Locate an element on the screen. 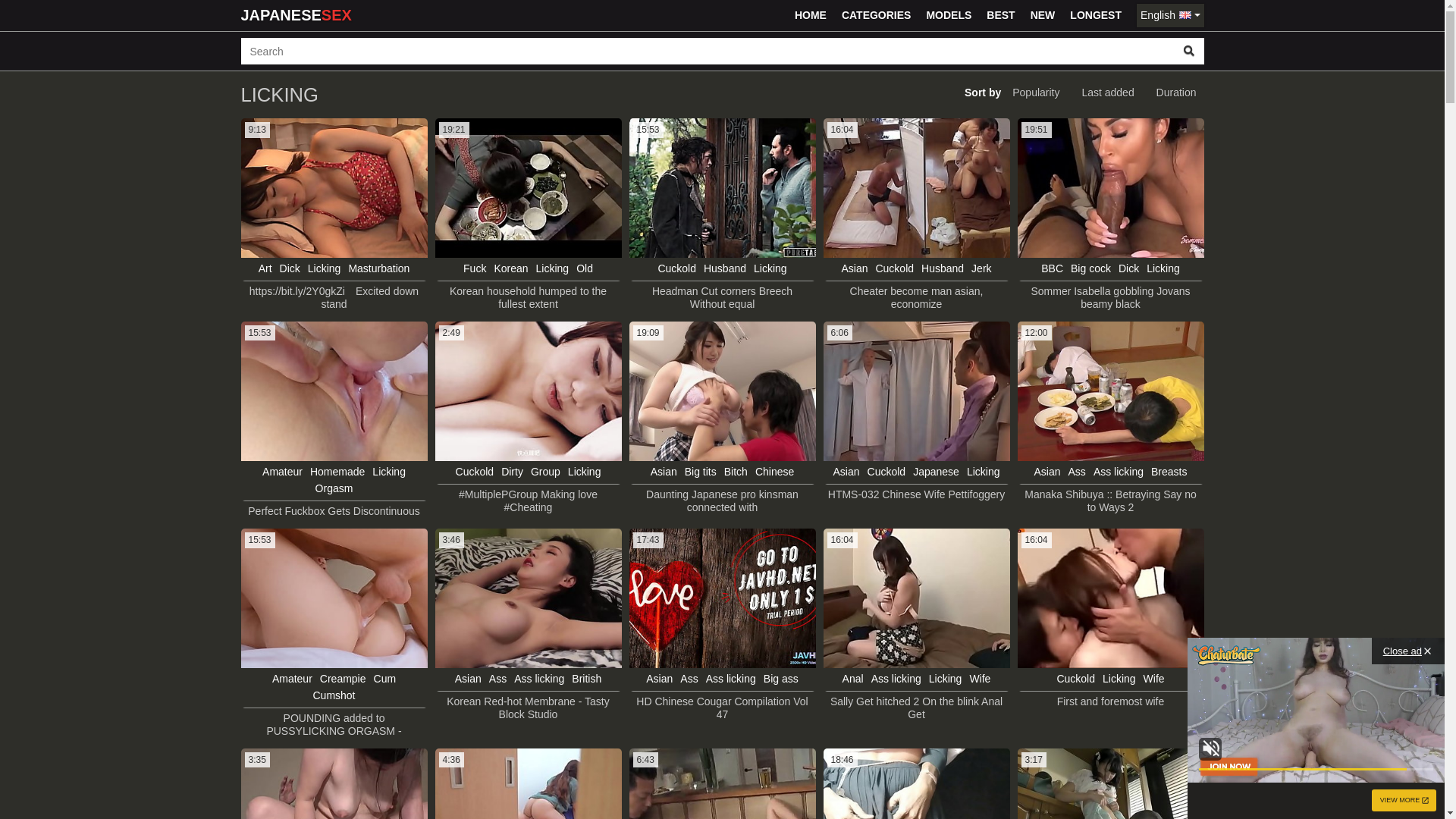 The width and height of the screenshot is (1456, 819). 'Popularity' is located at coordinates (1004, 93).